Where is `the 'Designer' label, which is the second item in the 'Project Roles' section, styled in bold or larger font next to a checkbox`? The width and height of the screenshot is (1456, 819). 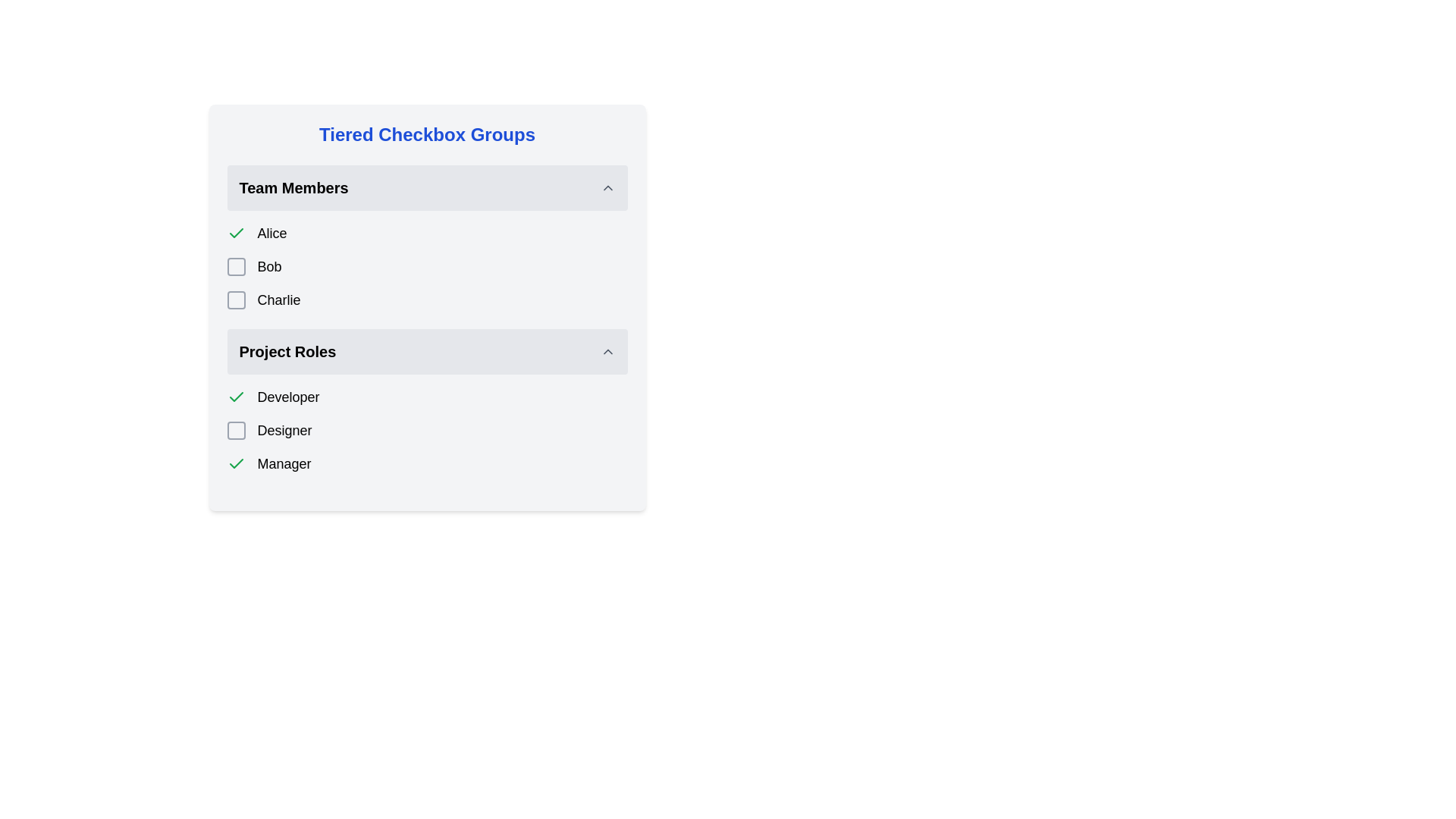
the 'Designer' label, which is the second item in the 'Project Roles' section, styled in bold or larger font next to a checkbox is located at coordinates (284, 430).